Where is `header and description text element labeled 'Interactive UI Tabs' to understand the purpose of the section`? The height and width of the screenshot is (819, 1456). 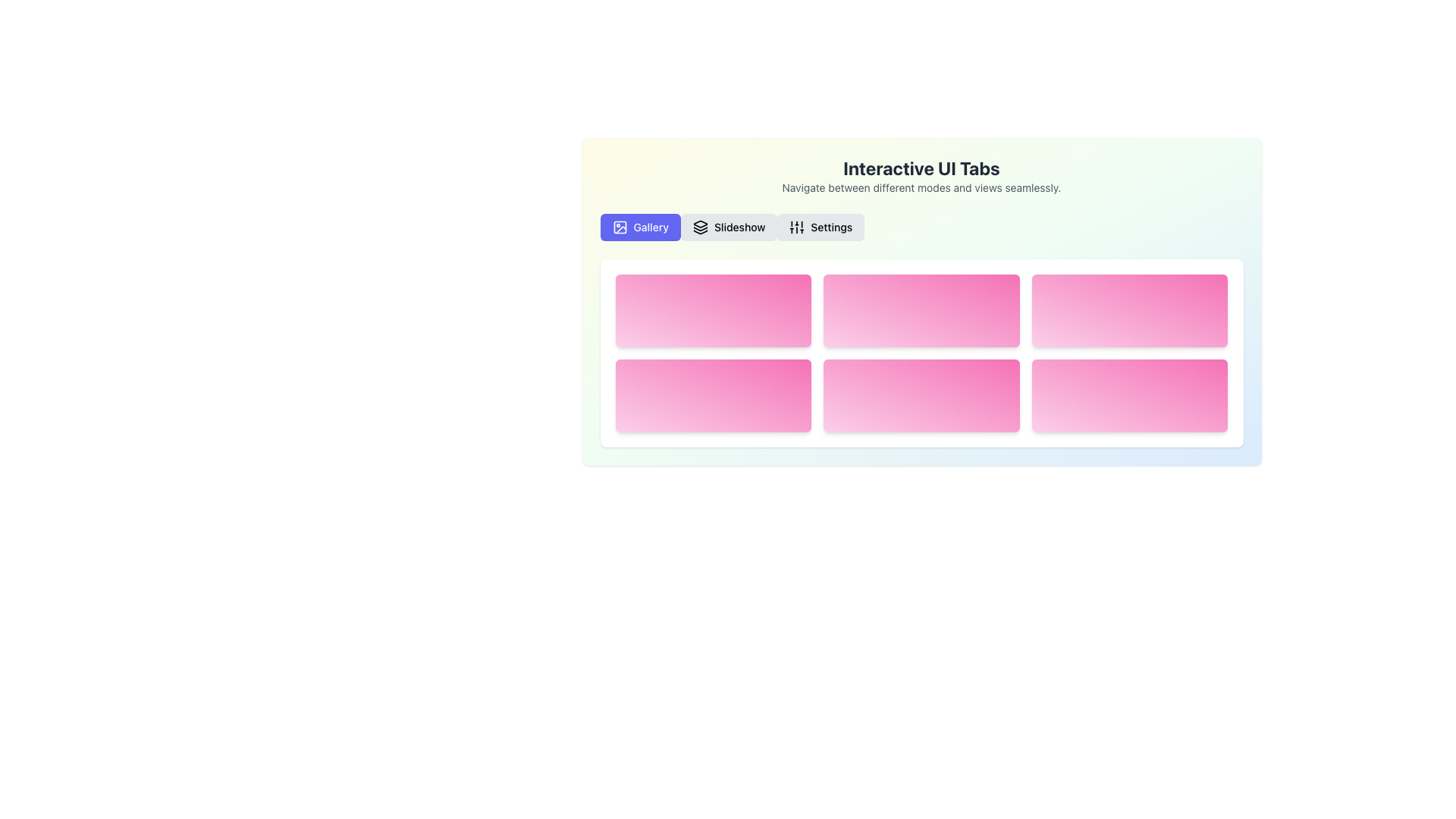
header and description text element labeled 'Interactive UI Tabs' to understand the purpose of the section is located at coordinates (921, 174).